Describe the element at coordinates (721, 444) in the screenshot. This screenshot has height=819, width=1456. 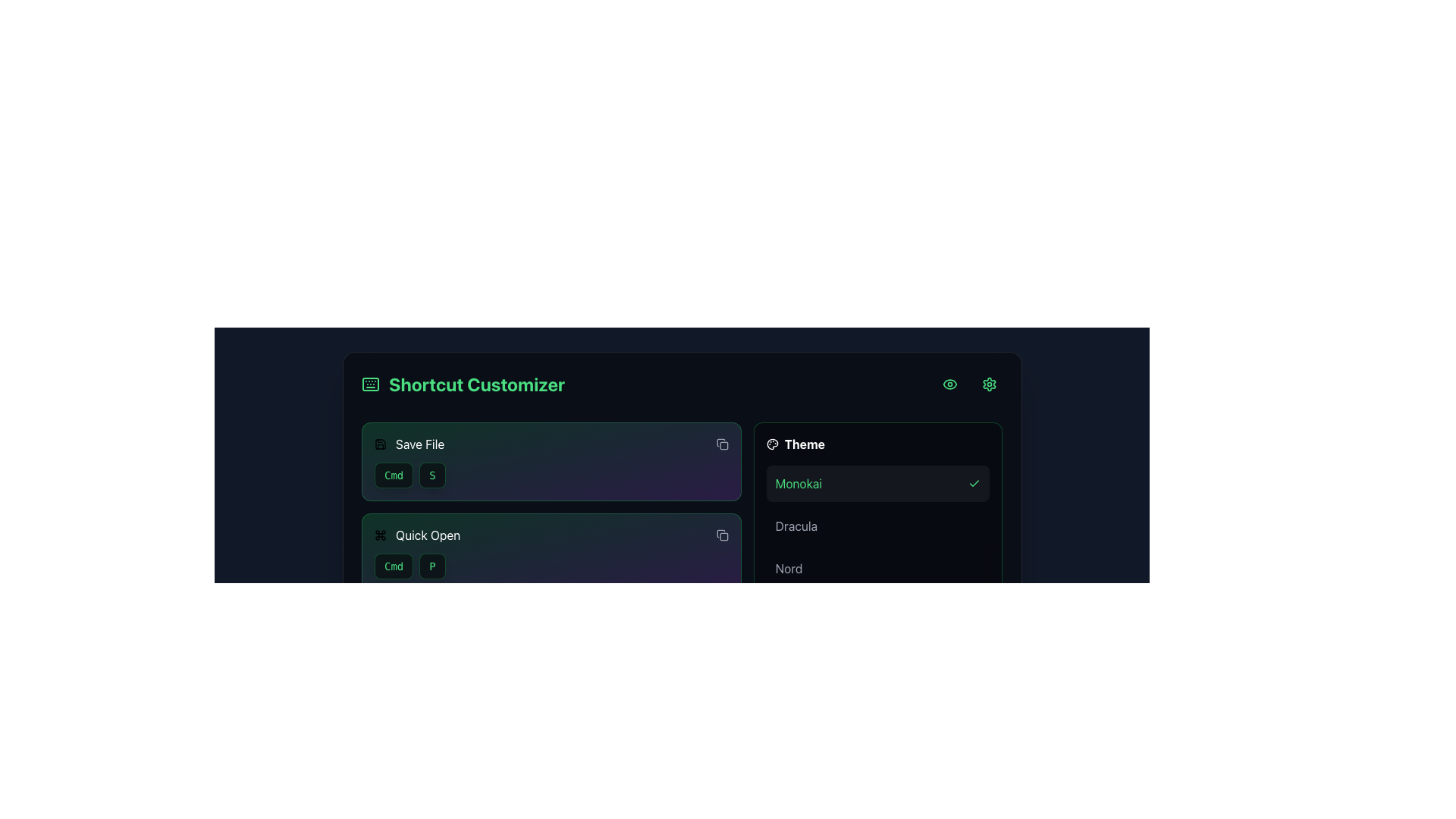
I see `the interactive icon representing overlapping squares located at the right end of the 'Save File' row in the 'Shortcut Customizer' section to observe its styling changes` at that location.